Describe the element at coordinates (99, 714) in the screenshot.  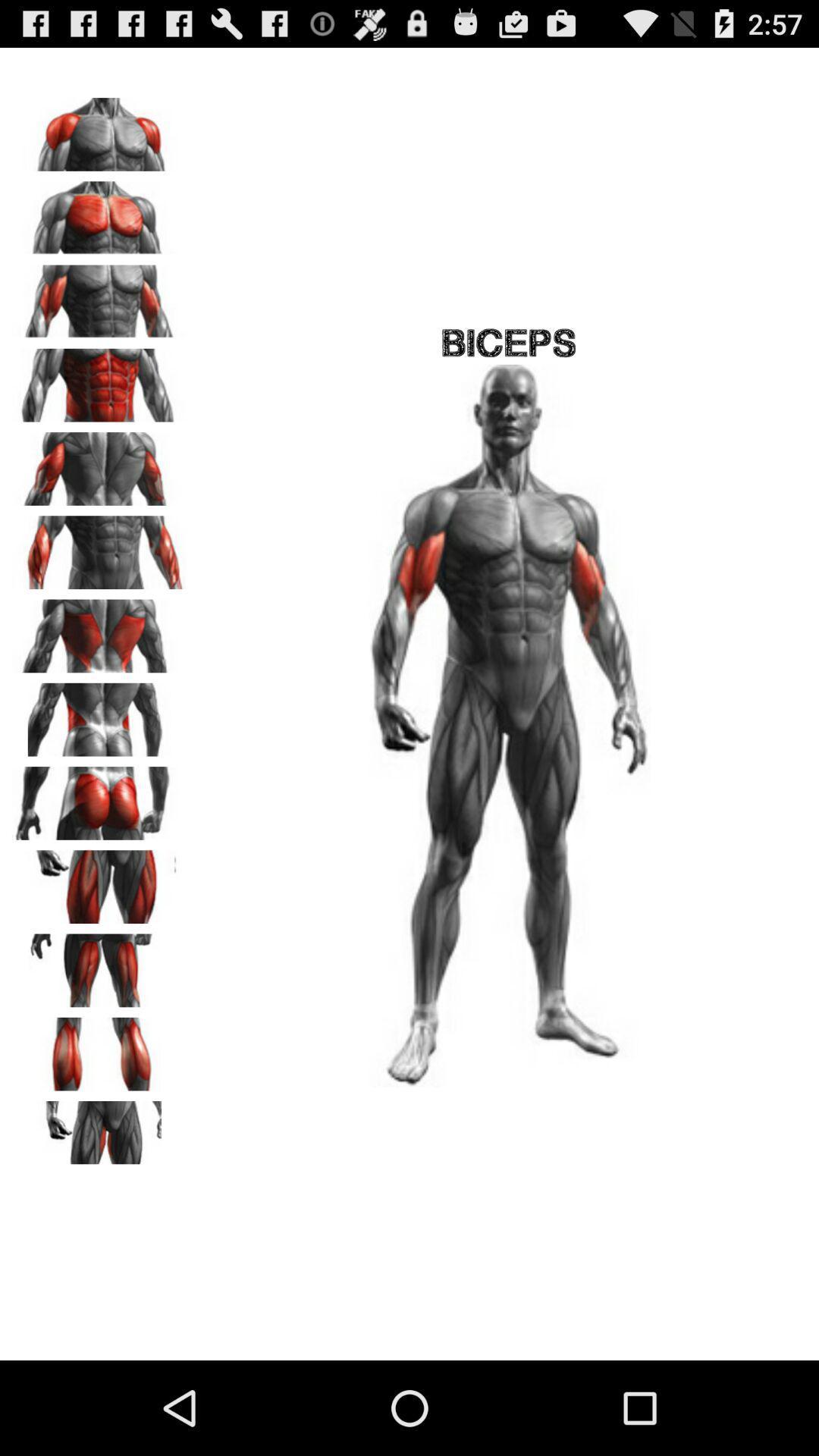
I see `body backside` at that location.